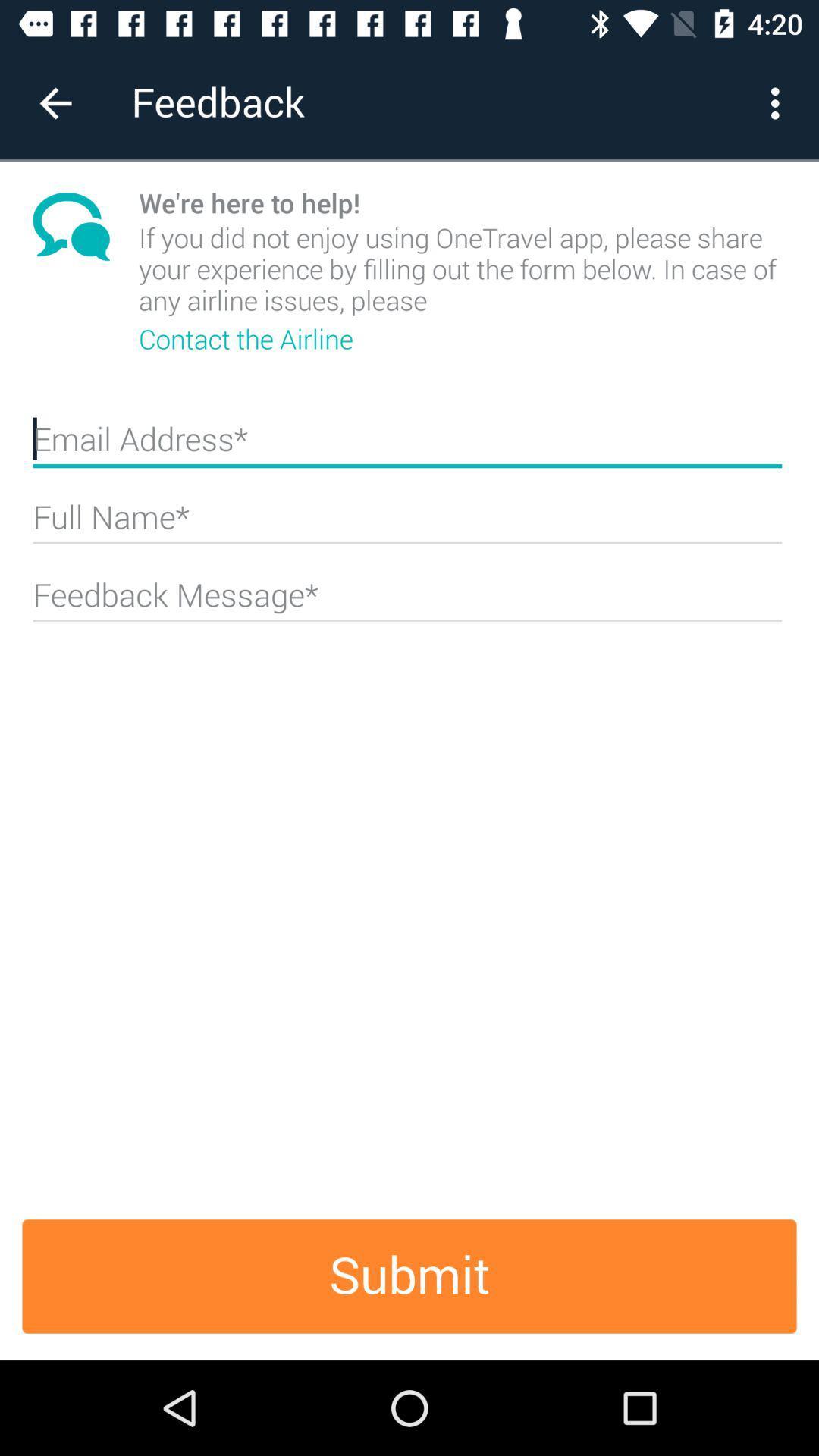  What do you see at coordinates (55, 102) in the screenshot?
I see `icon to the left of feedback icon` at bounding box center [55, 102].